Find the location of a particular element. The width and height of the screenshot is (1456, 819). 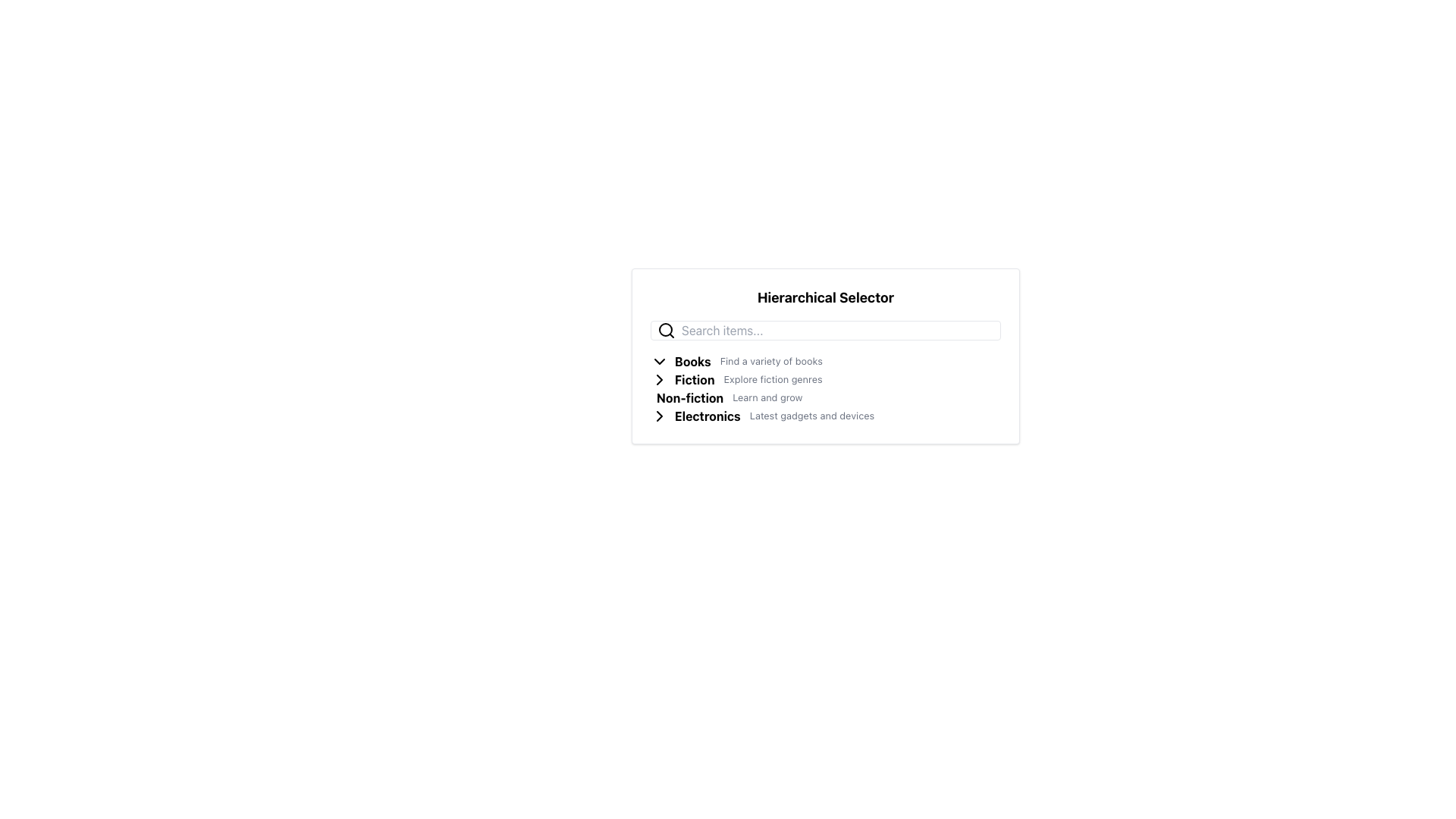

the 'Books' category header text is located at coordinates (692, 362).